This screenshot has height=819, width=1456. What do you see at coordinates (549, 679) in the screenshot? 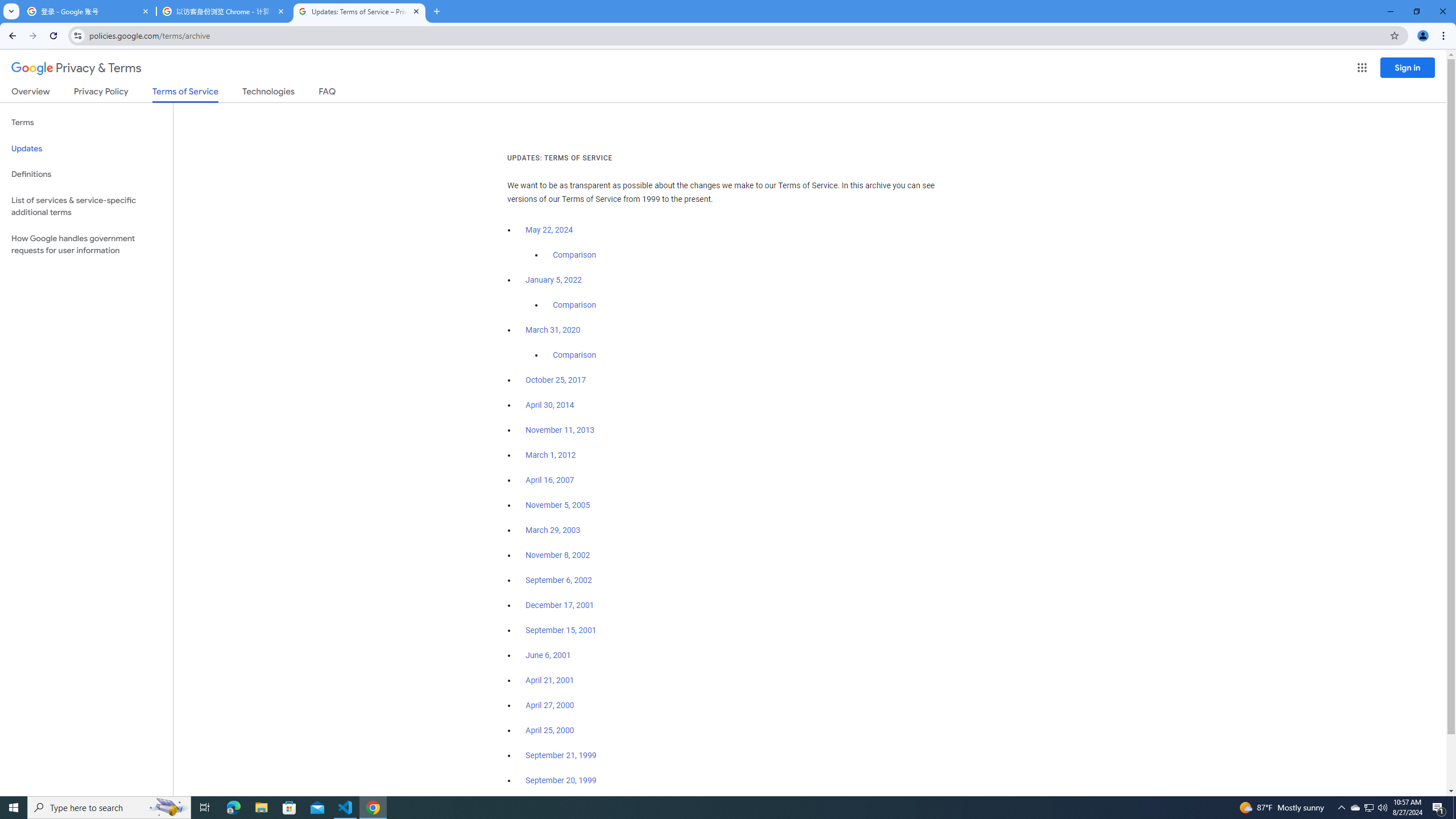
I see `'April 21, 2001'` at bounding box center [549, 679].